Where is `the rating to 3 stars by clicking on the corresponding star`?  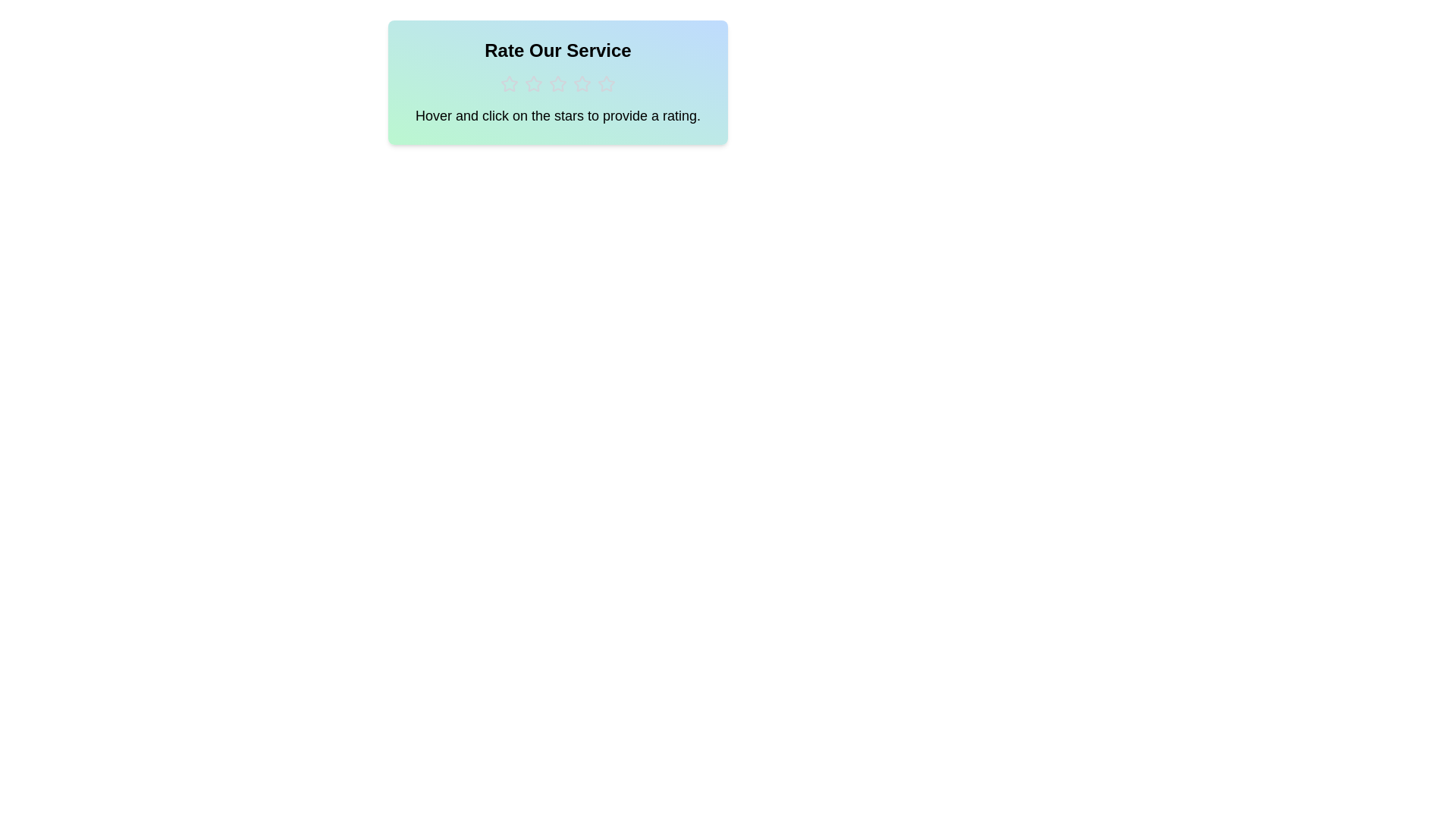 the rating to 3 stars by clicking on the corresponding star is located at coordinates (557, 84).